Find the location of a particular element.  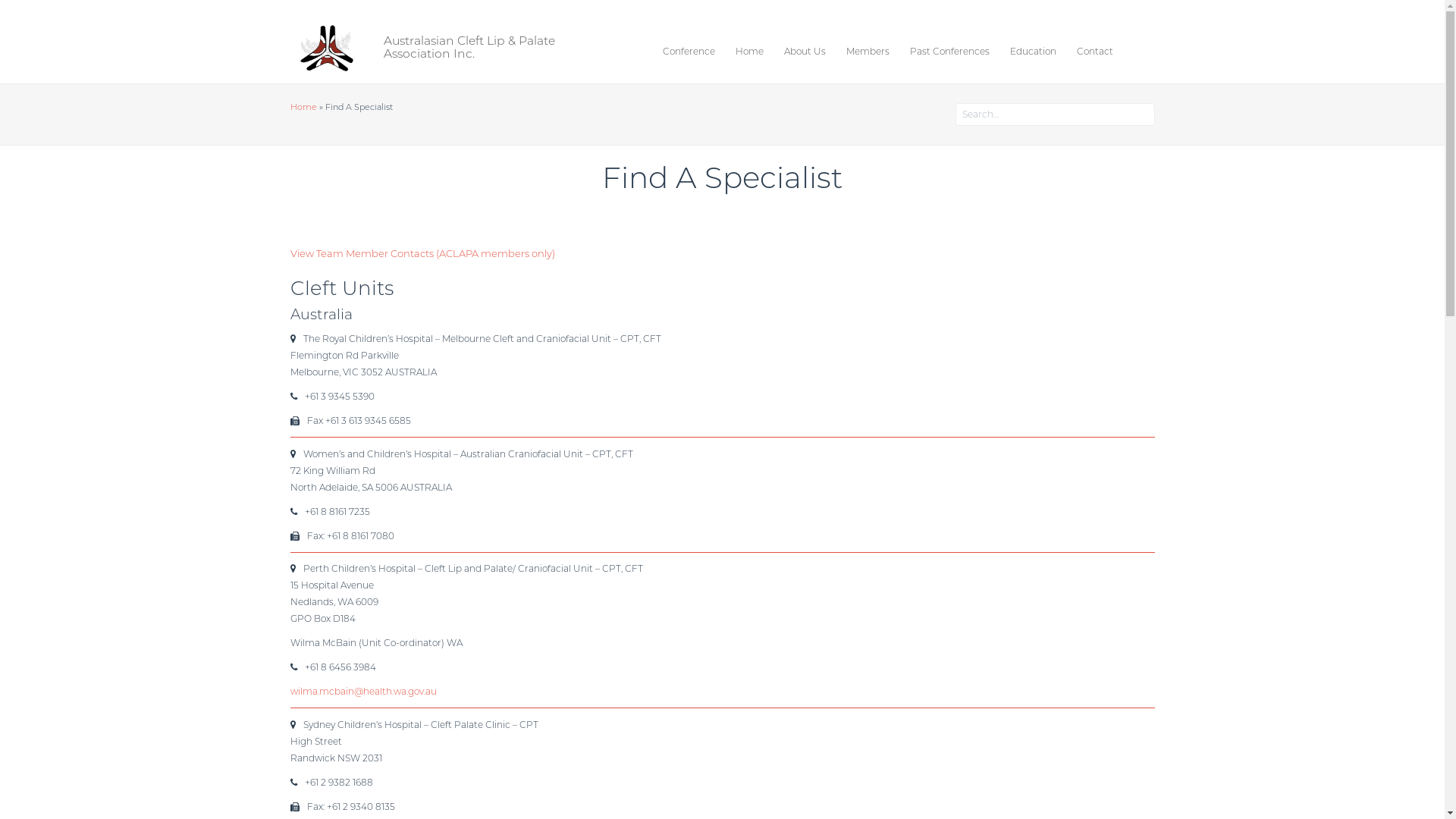

'Home' is located at coordinates (303, 106).